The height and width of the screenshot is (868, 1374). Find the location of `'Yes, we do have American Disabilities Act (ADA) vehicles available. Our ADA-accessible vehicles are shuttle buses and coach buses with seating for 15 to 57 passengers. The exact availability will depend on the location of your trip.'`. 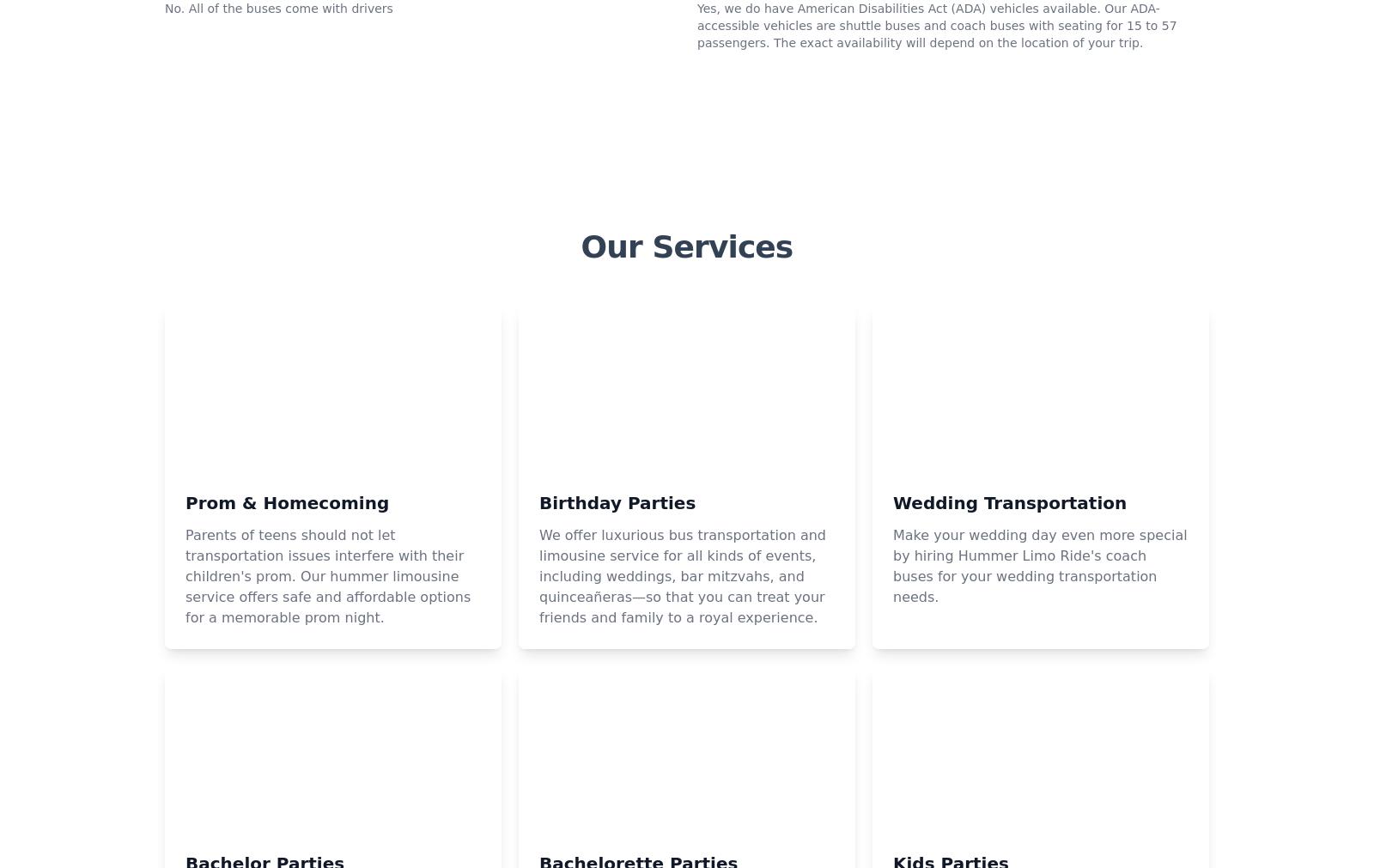

'Yes, we do have American Disabilities Act (ADA) vehicles available. Our ADA-accessible vehicles are shuttle buses and coach buses with seating for 15 to 57 passengers. The exact availability will depend on the location of your trip.' is located at coordinates (937, 254).